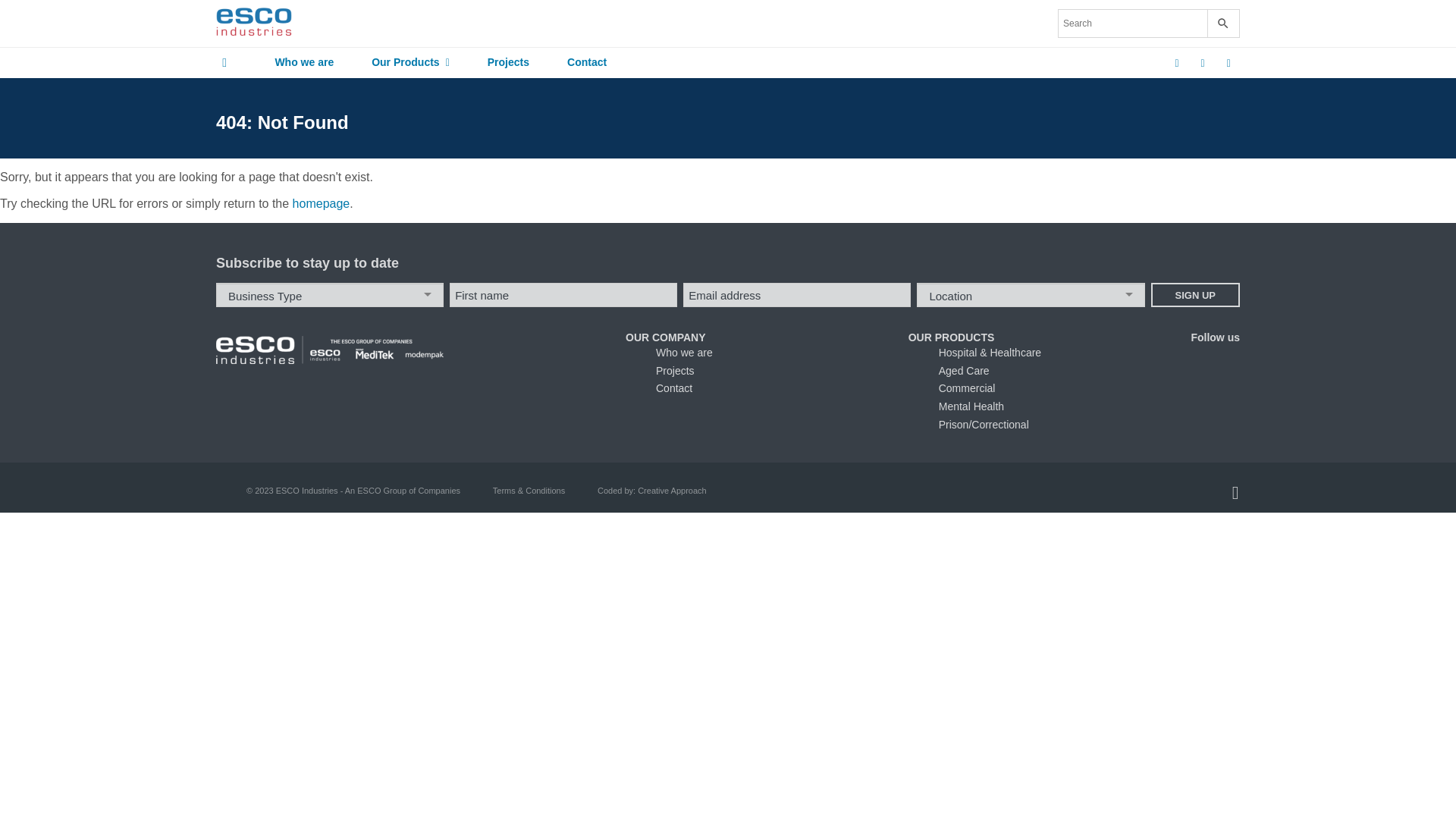  Describe the element at coordinates (508, 62) in the screenshot. I see `'Projects'` at that location.